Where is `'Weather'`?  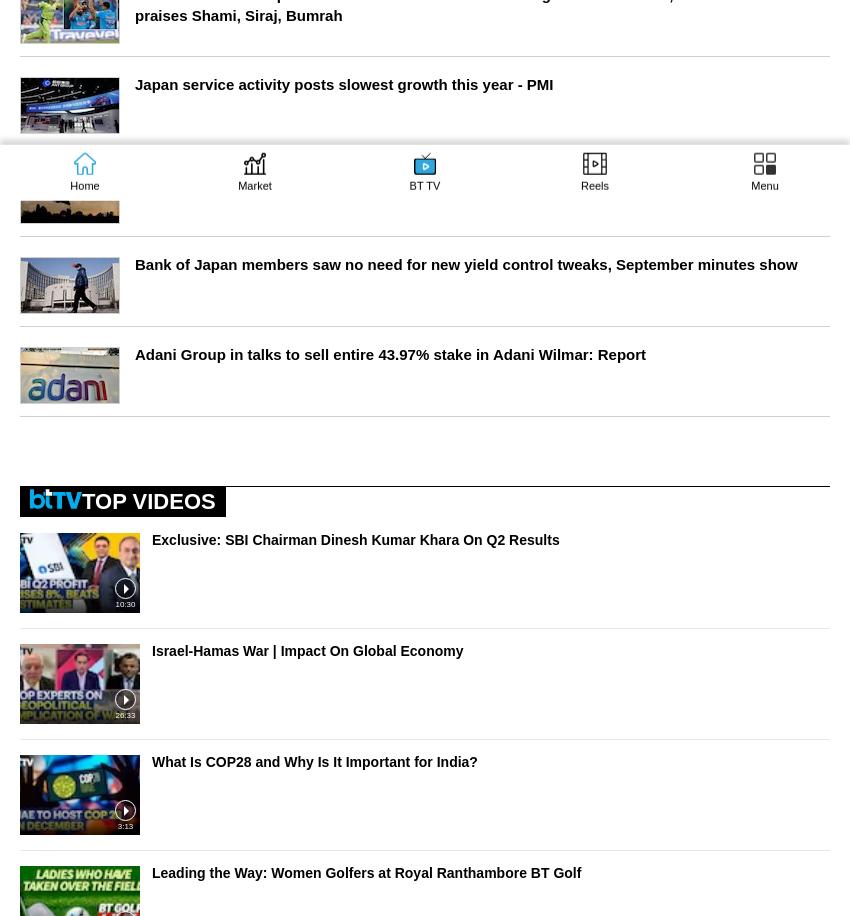
'Weather' is located at coordinates (49, 825).